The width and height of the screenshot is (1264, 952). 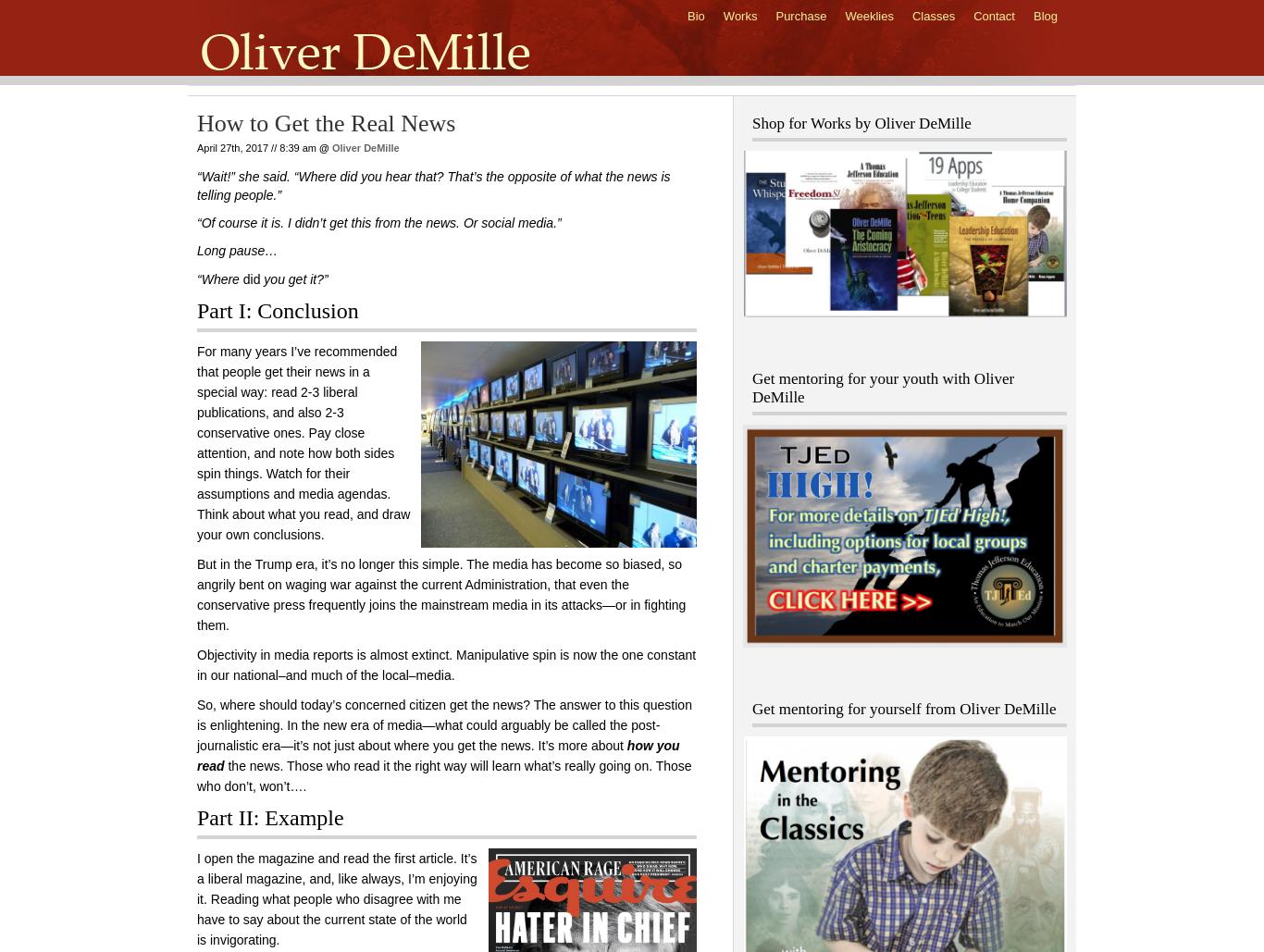 I want to click on 'How to Get the Real News', so click(x=325, y=122).